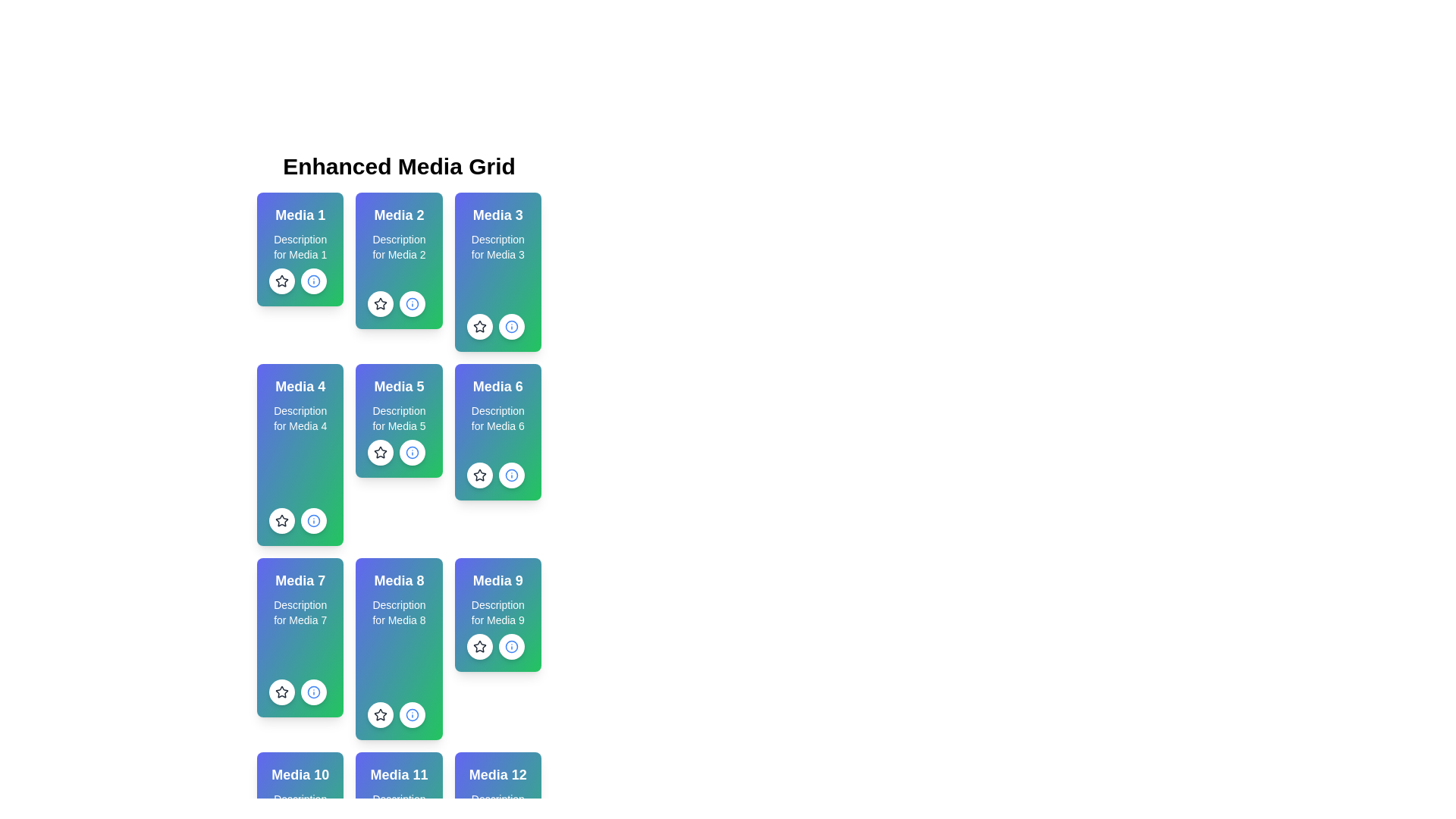 The image size is (1456, 819). Describe the element at coordinates (381, 714) in the screenshot. I see `the circular button with a white background and dark gray star icon located in the bottom-left corner of the 'Media 8' card` at that location.